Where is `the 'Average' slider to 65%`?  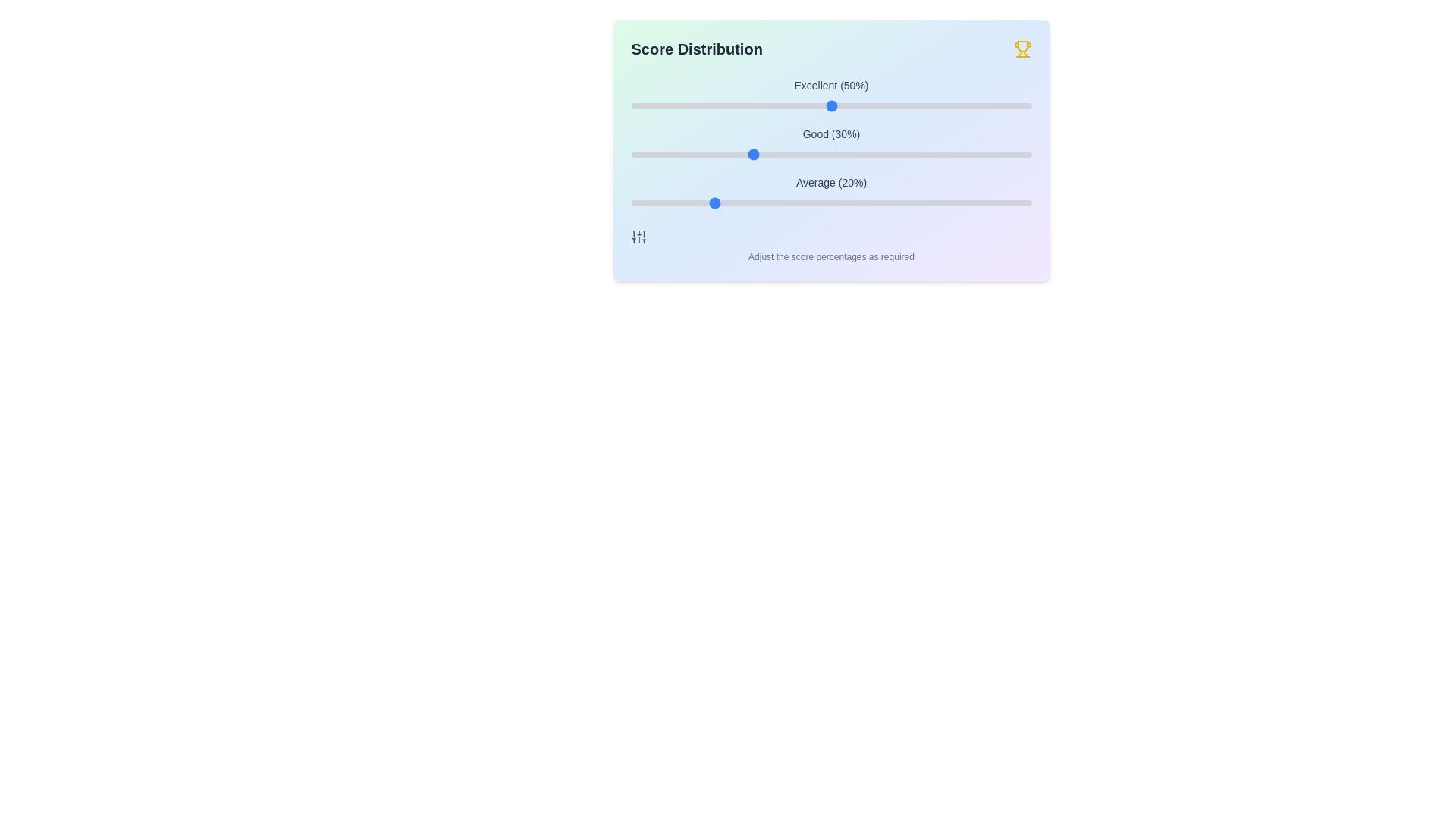
the 'Average' slider to 65% is located at coordinates (891, 202).